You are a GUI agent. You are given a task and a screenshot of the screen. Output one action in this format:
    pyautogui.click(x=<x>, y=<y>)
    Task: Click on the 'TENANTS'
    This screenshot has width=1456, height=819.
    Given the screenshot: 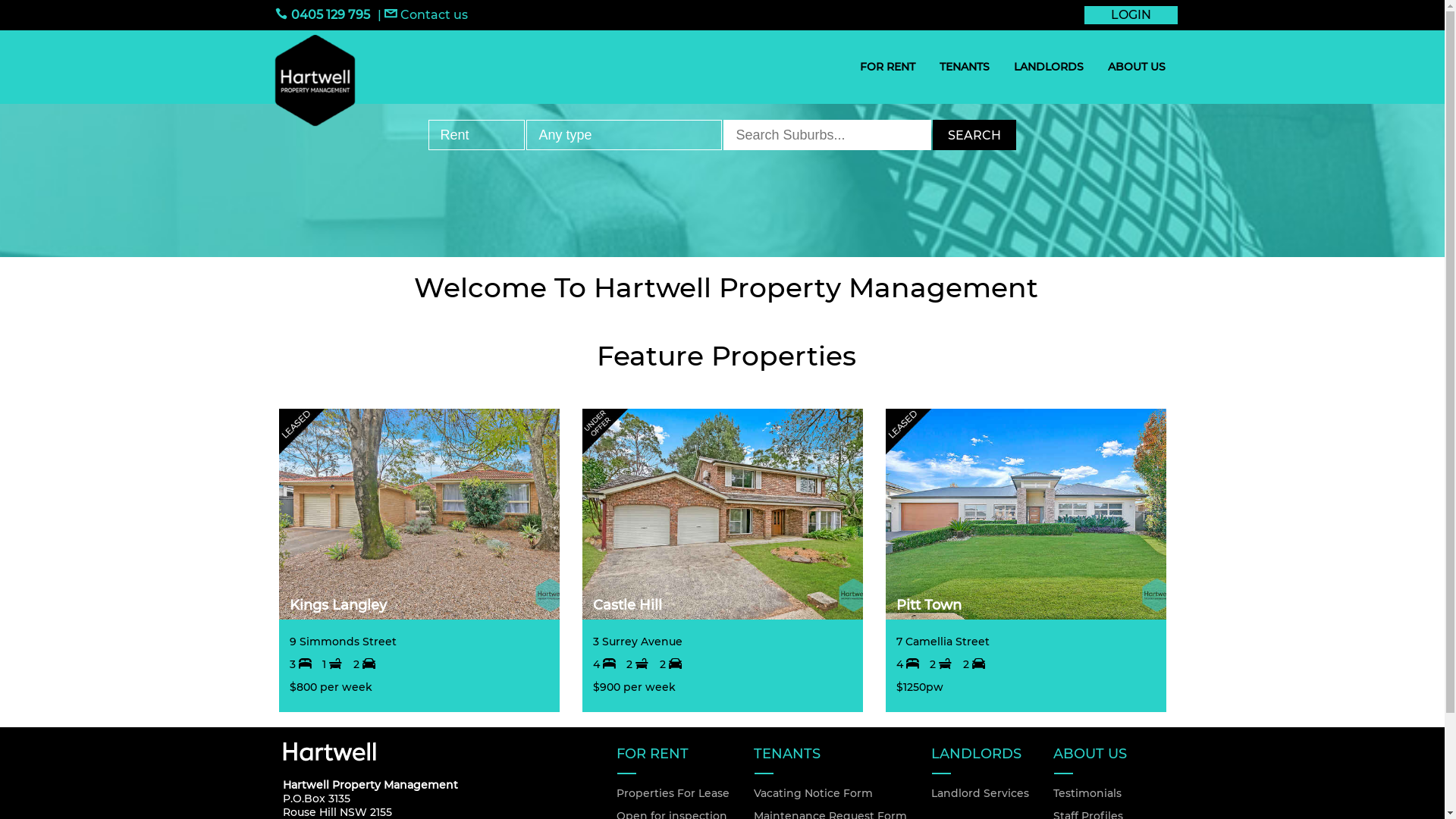 What is the action you would take?
    pyautogui.click(x=963, y=66)
    